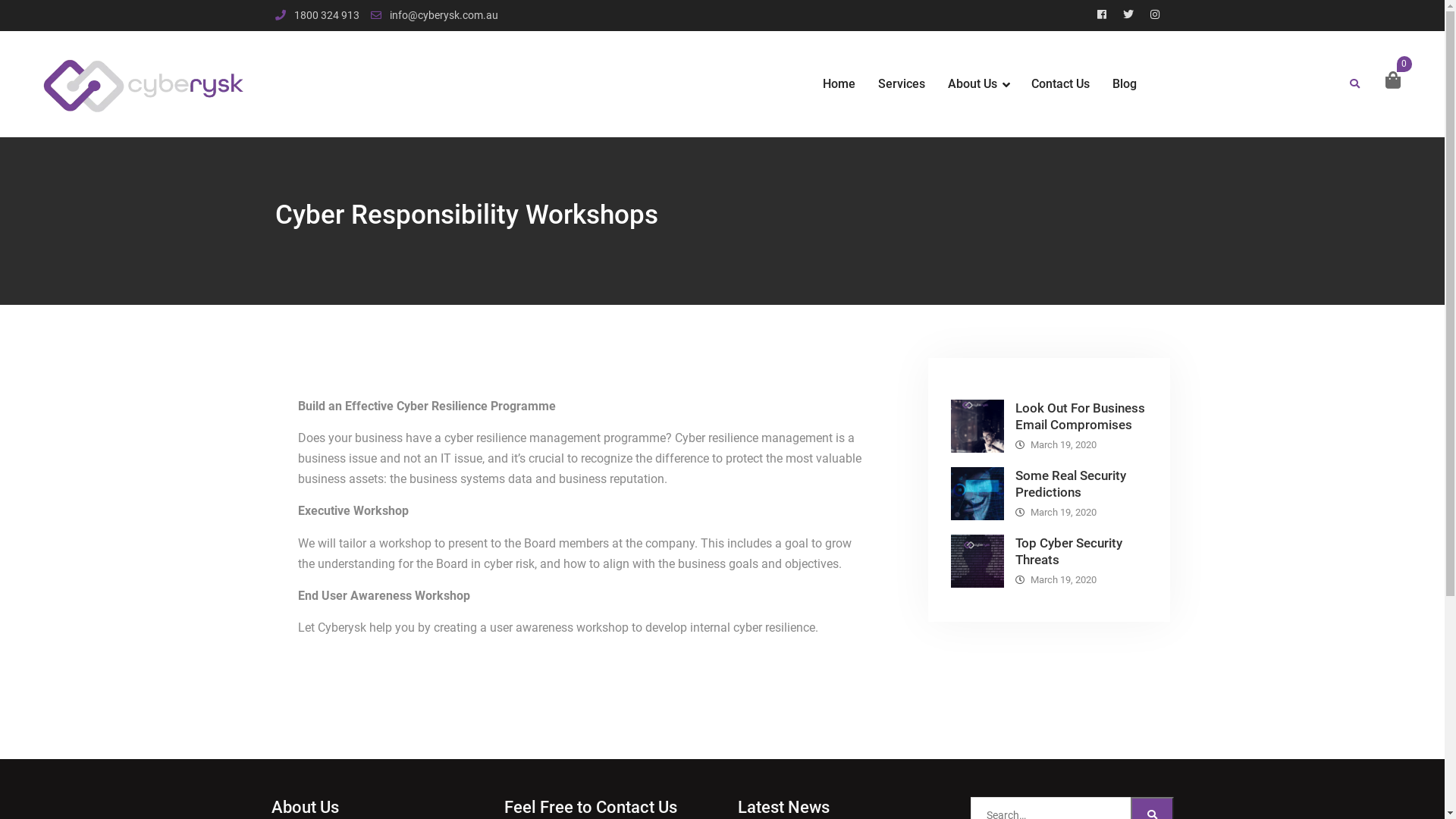  I want to click on 'info@cyberysk.com.au', so click(443, 15).